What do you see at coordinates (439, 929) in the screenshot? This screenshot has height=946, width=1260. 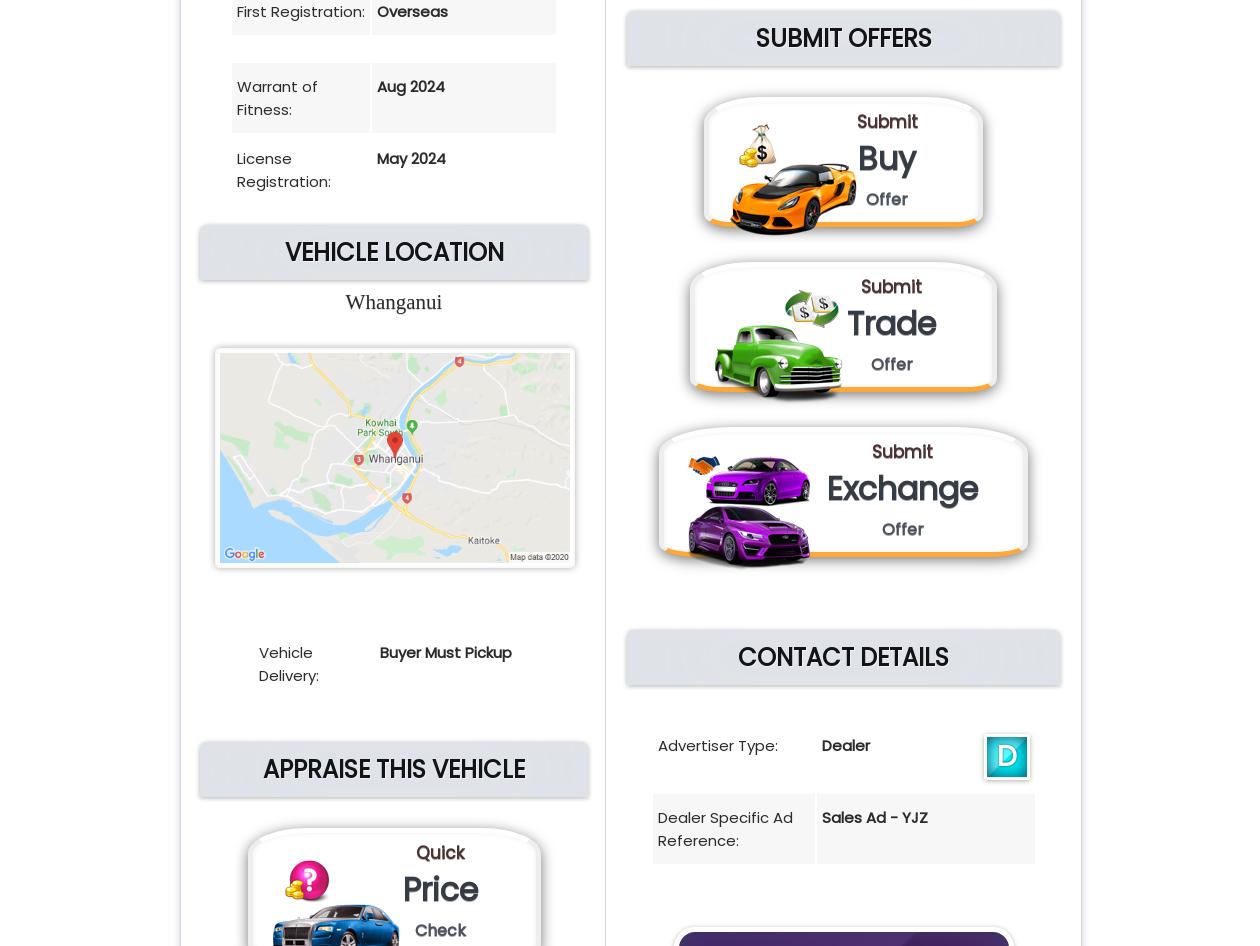 I see `'Check'` at bounding box center [439, 929].